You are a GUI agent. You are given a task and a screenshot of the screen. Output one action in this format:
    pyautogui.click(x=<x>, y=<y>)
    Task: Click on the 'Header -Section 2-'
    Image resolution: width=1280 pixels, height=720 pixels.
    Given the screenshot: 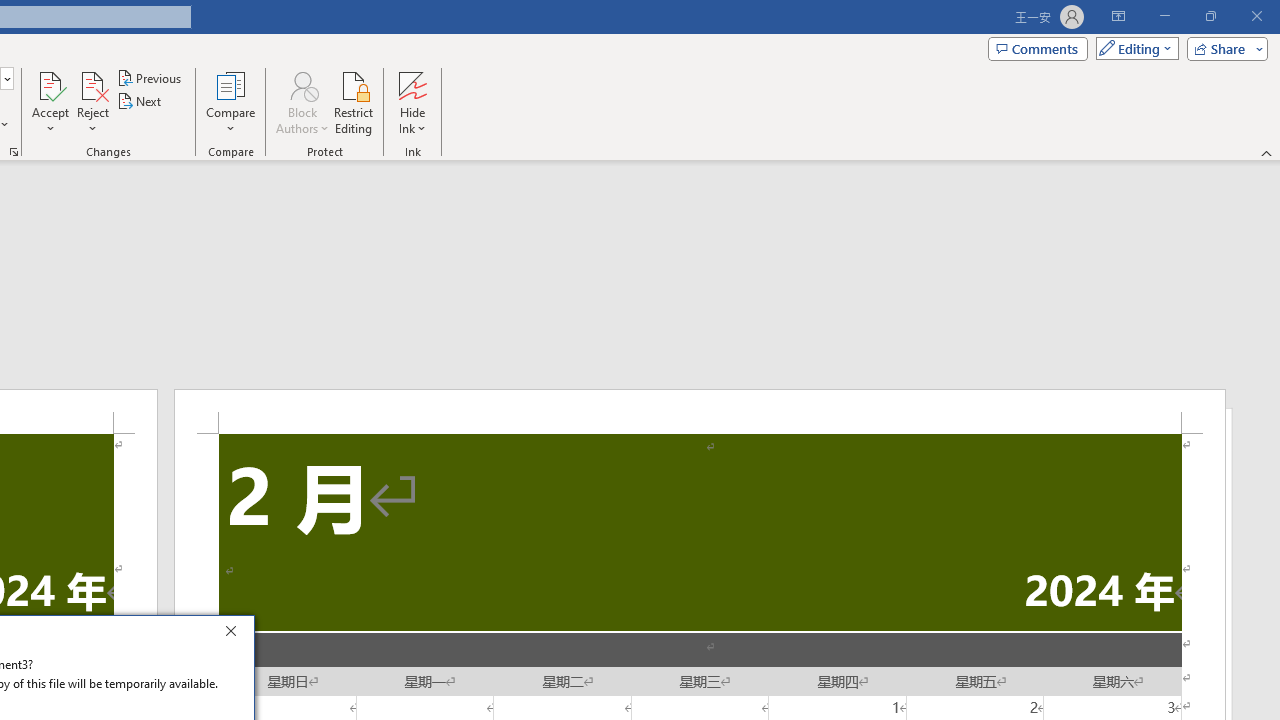 What is the action you would take?
    pyautogui.click(x=700, y=410)
    